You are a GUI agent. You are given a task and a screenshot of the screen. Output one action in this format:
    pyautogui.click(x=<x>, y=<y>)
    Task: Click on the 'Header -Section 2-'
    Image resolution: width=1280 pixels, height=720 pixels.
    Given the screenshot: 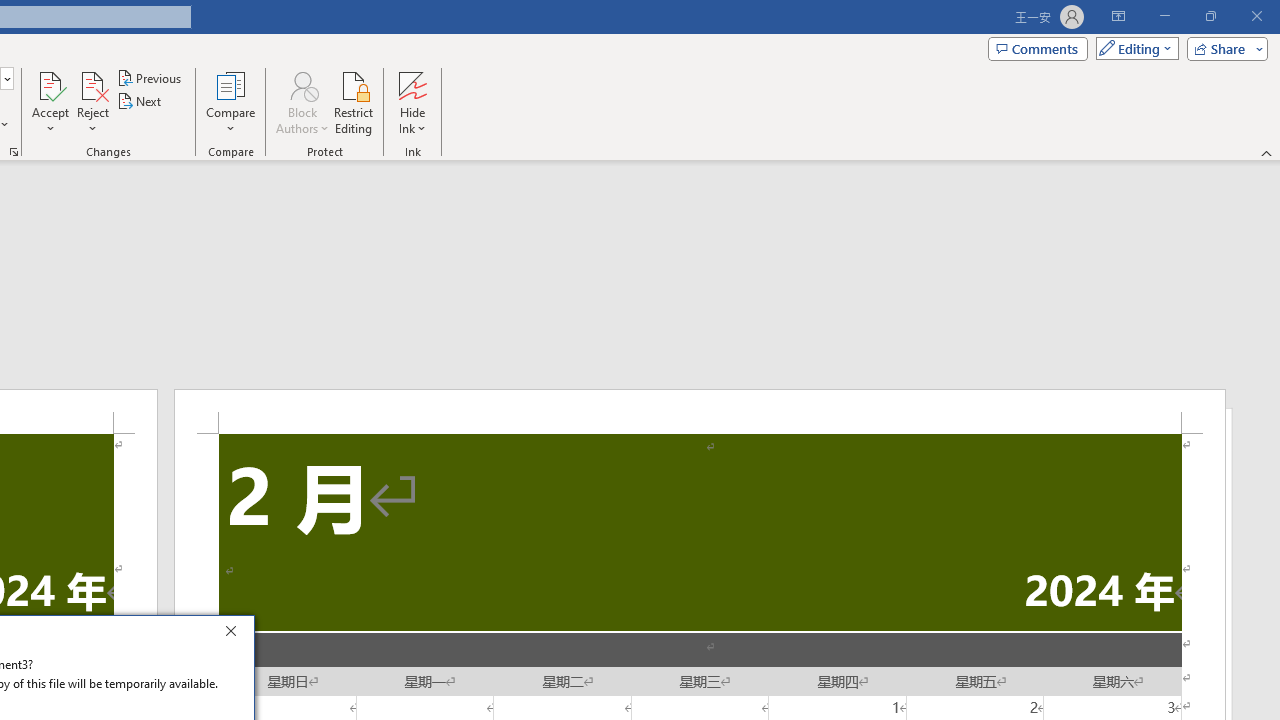 What is the action you would take?
    pyautogui.click(x=700, y=410)
    